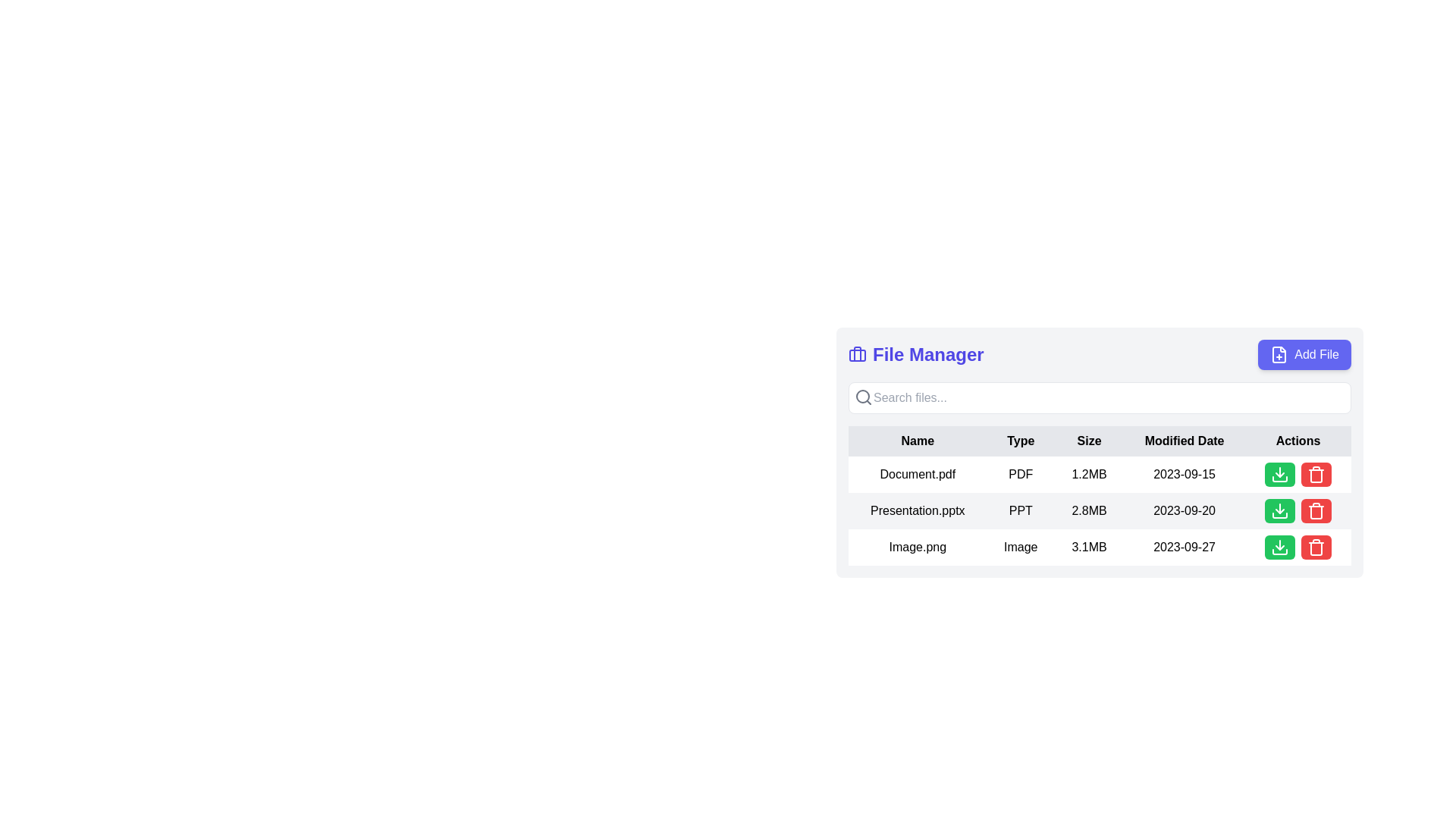 The image size is (1456, 819). What do you see at coordinates (1298, 547) in the screenshot?
I see `the green download button in the actions column of the third row to initiate the download of 'Image.png'` at bounding box center [1298, 547].